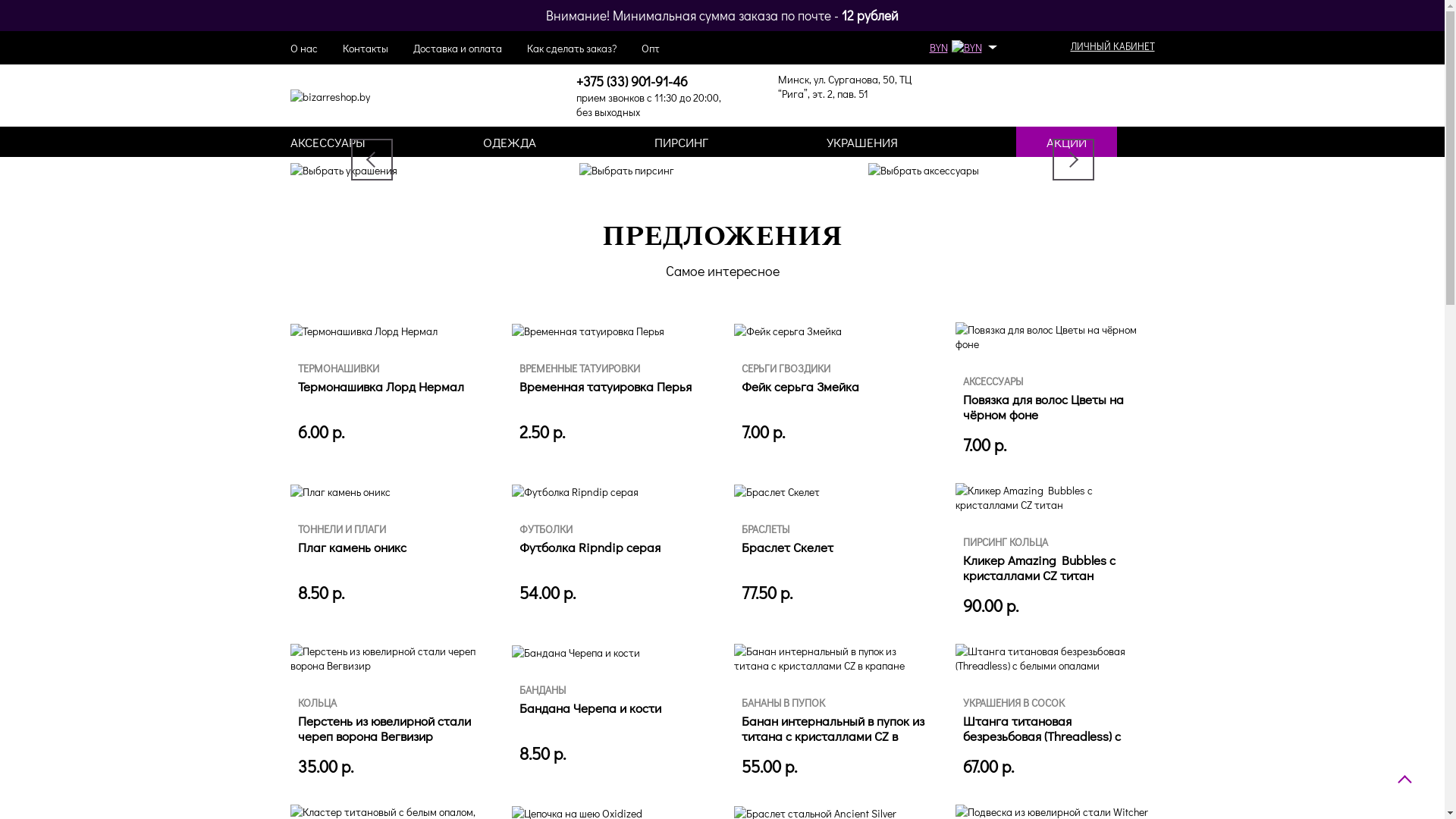 This screenshot has width=1456, height=819. Describe the element at coordinates (328, 96) in the screenshot. I see `'bizarreshop.by'` at that location.